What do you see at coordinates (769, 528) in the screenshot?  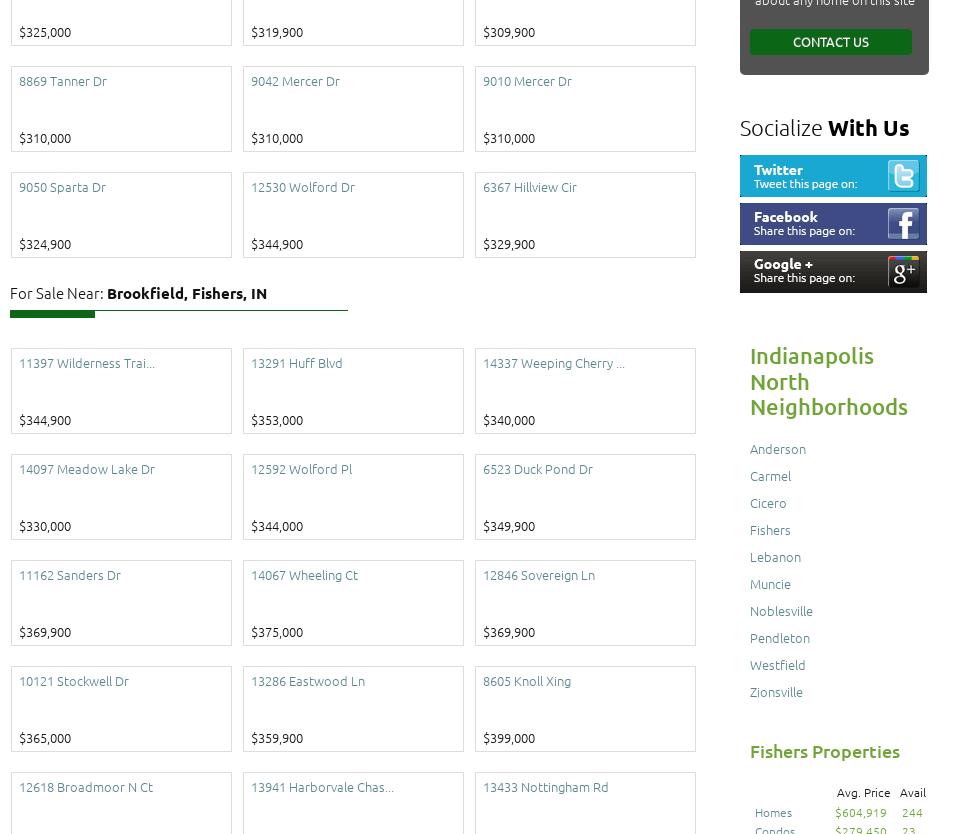 I see `'Fishers'` at bounding box center [769, 528].